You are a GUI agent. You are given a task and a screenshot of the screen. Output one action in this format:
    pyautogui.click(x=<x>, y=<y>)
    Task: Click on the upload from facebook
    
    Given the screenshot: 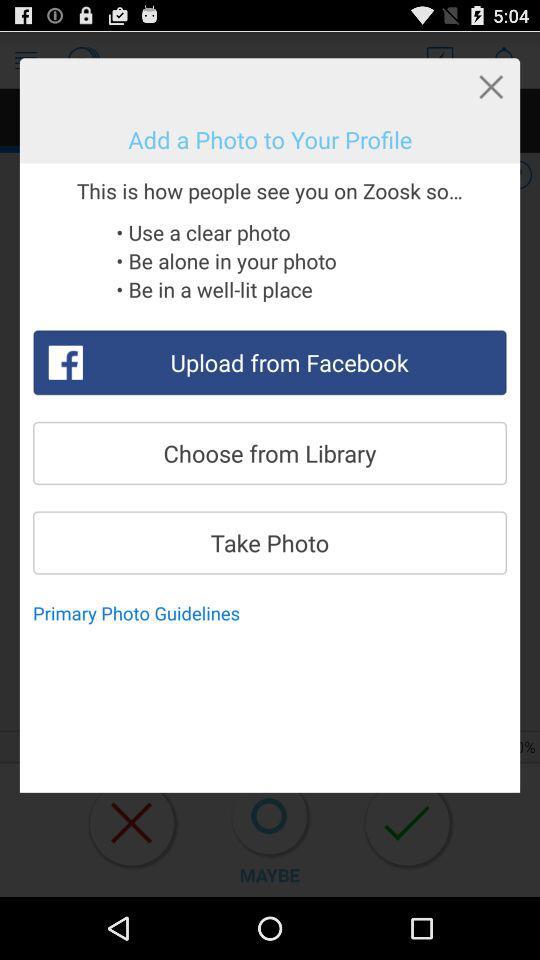 What is the action you would take?
    pyautogui.click(x=270, y=361)
    